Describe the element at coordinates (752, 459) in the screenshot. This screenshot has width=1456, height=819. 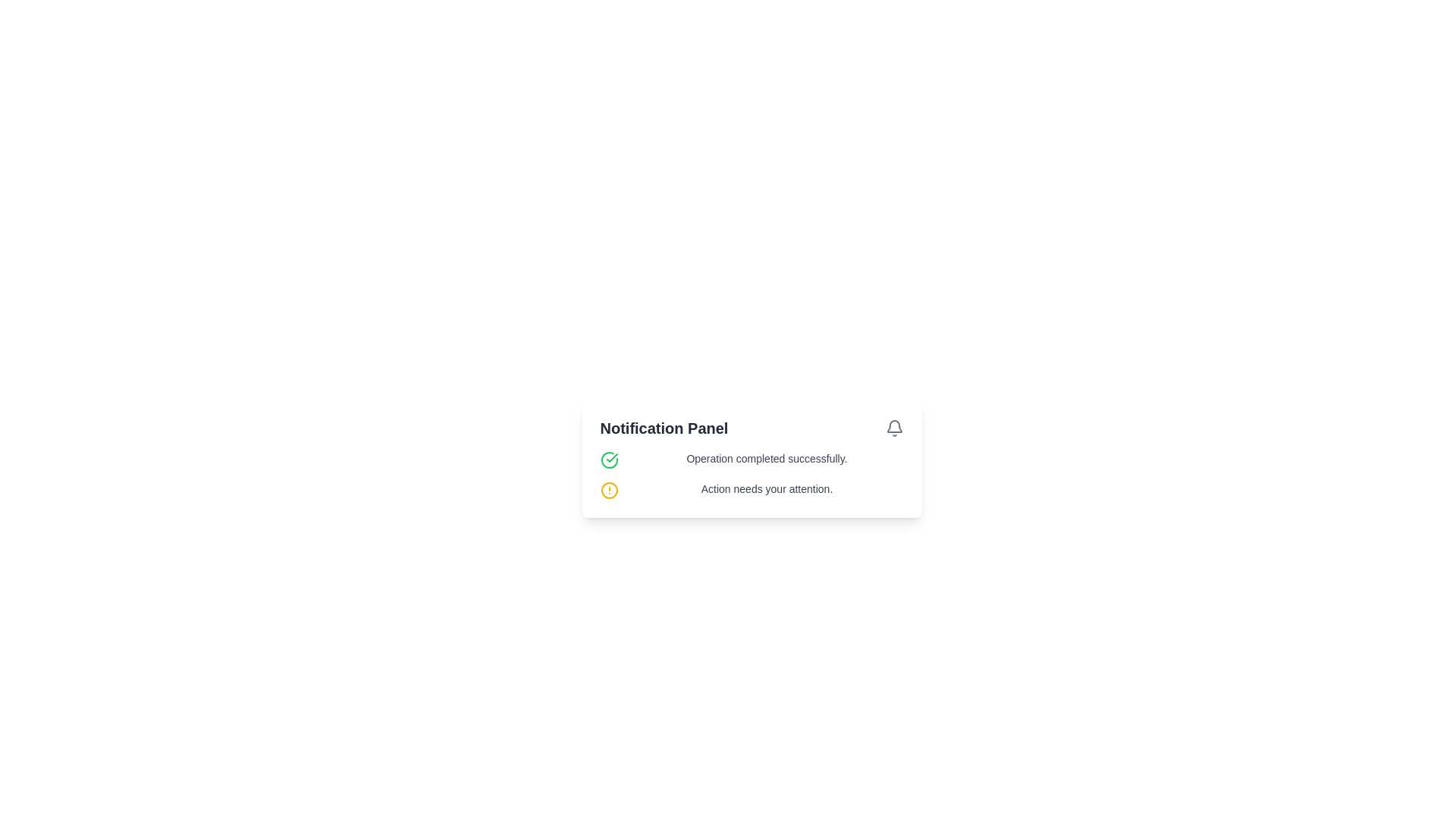
I see `the first notification item in the notification panel, which provides visual and textual feedback for a successful operation` at that location.